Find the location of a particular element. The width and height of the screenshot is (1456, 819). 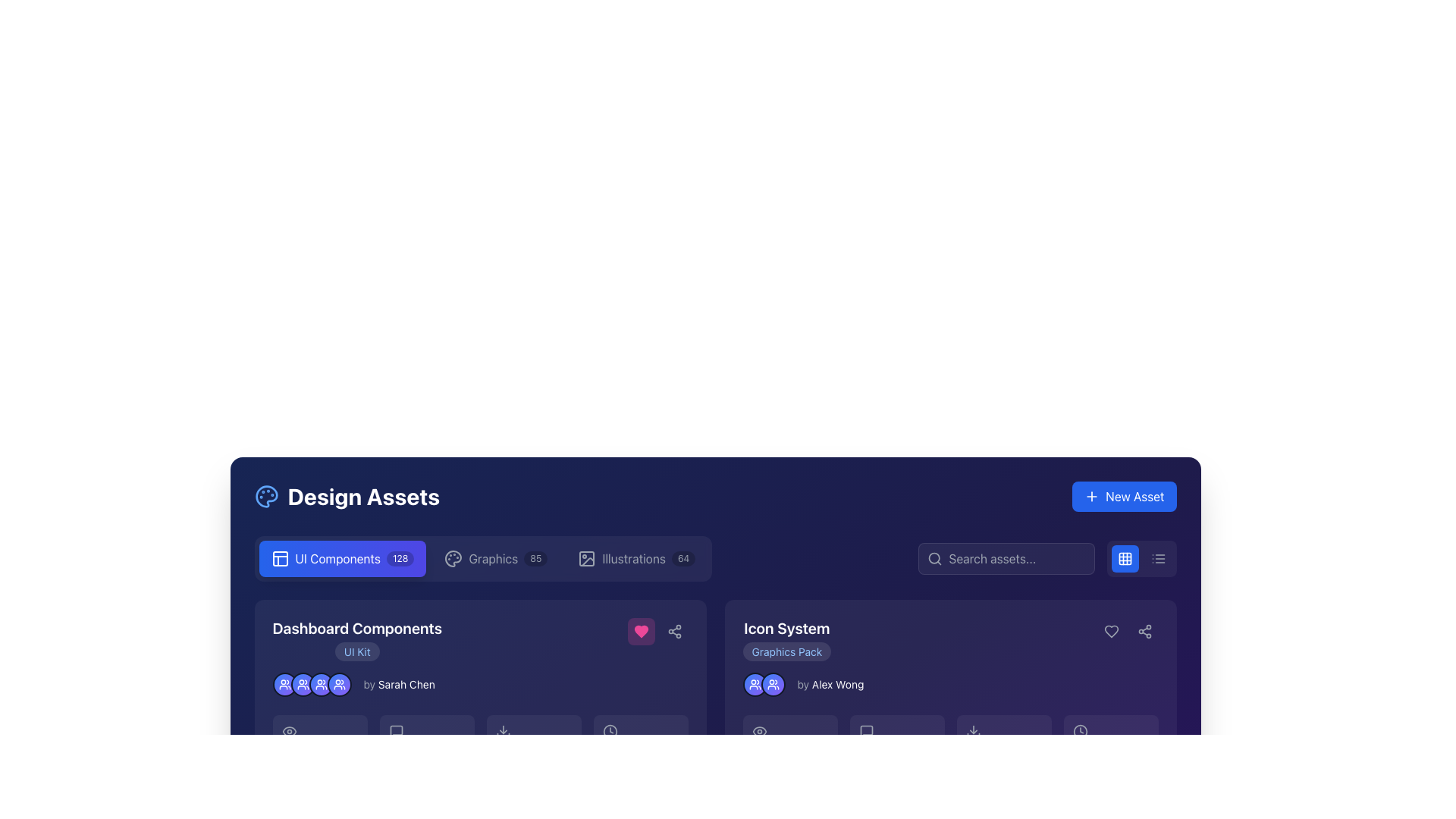

the number '128' displayed on the Badge, which is a small rounded rectangle located to the right of the 'UI Components' section header on the top navigation bar is located at coordinates (400, 558).